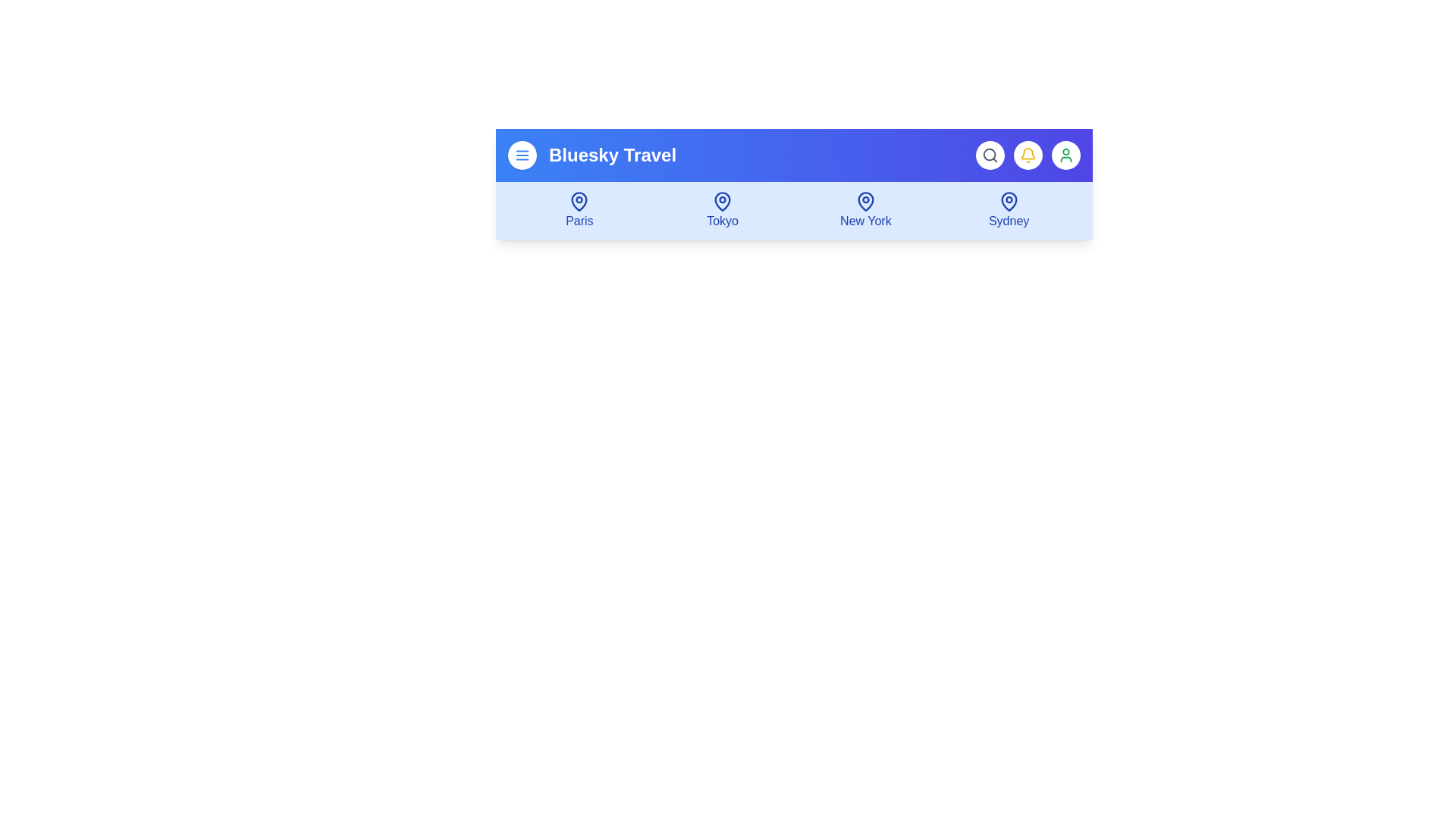 This screenshot has height=819, width=1456. What do you see at coordinates (1028, 155) in the screenshot?
I see `the 'Notifications' button represented by the bell icon` at bounding box center [1028, 155].